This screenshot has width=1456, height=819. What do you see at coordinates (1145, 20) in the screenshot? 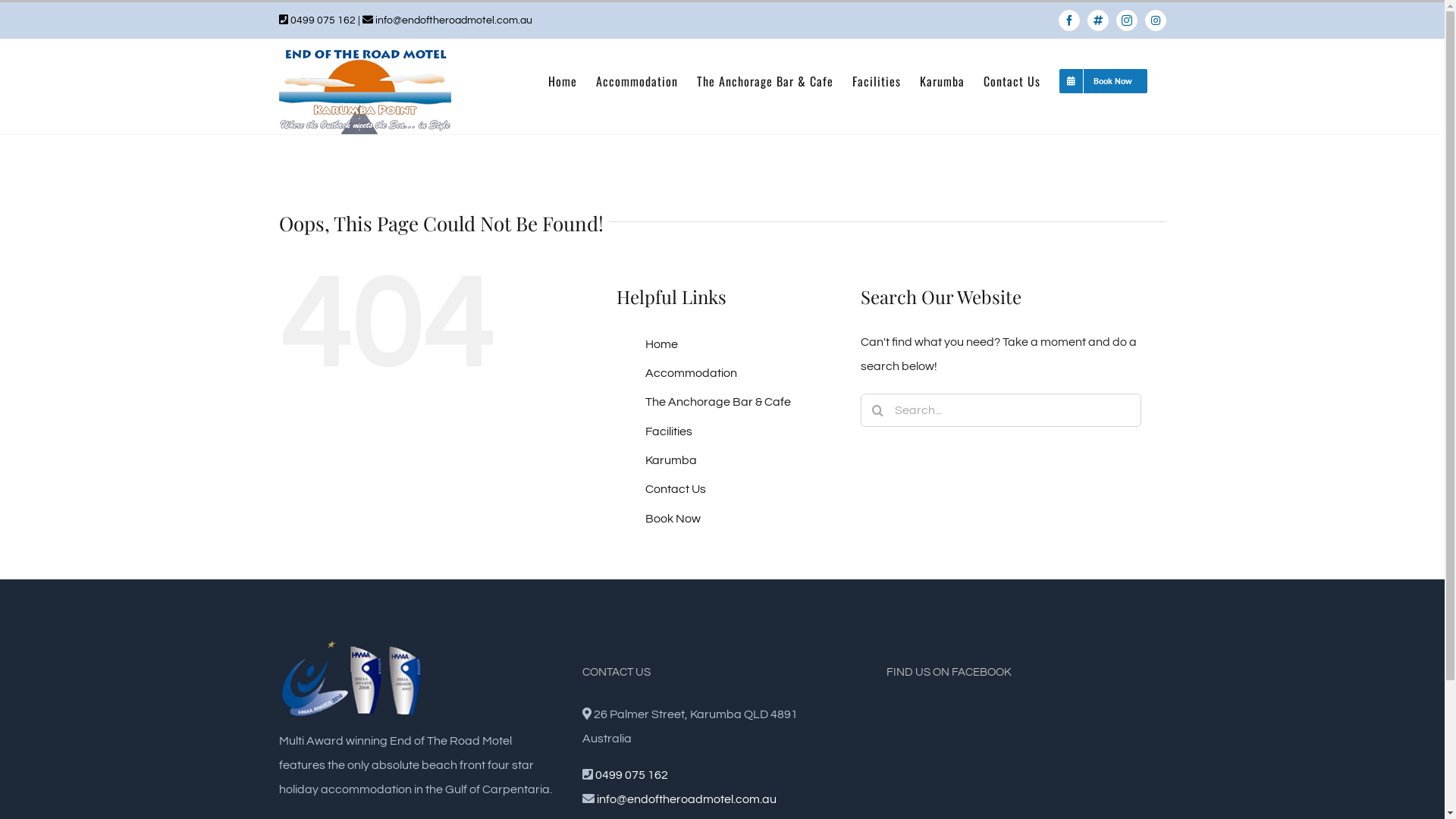
I see `'Instagram'` at bounding box center [1145, 20].